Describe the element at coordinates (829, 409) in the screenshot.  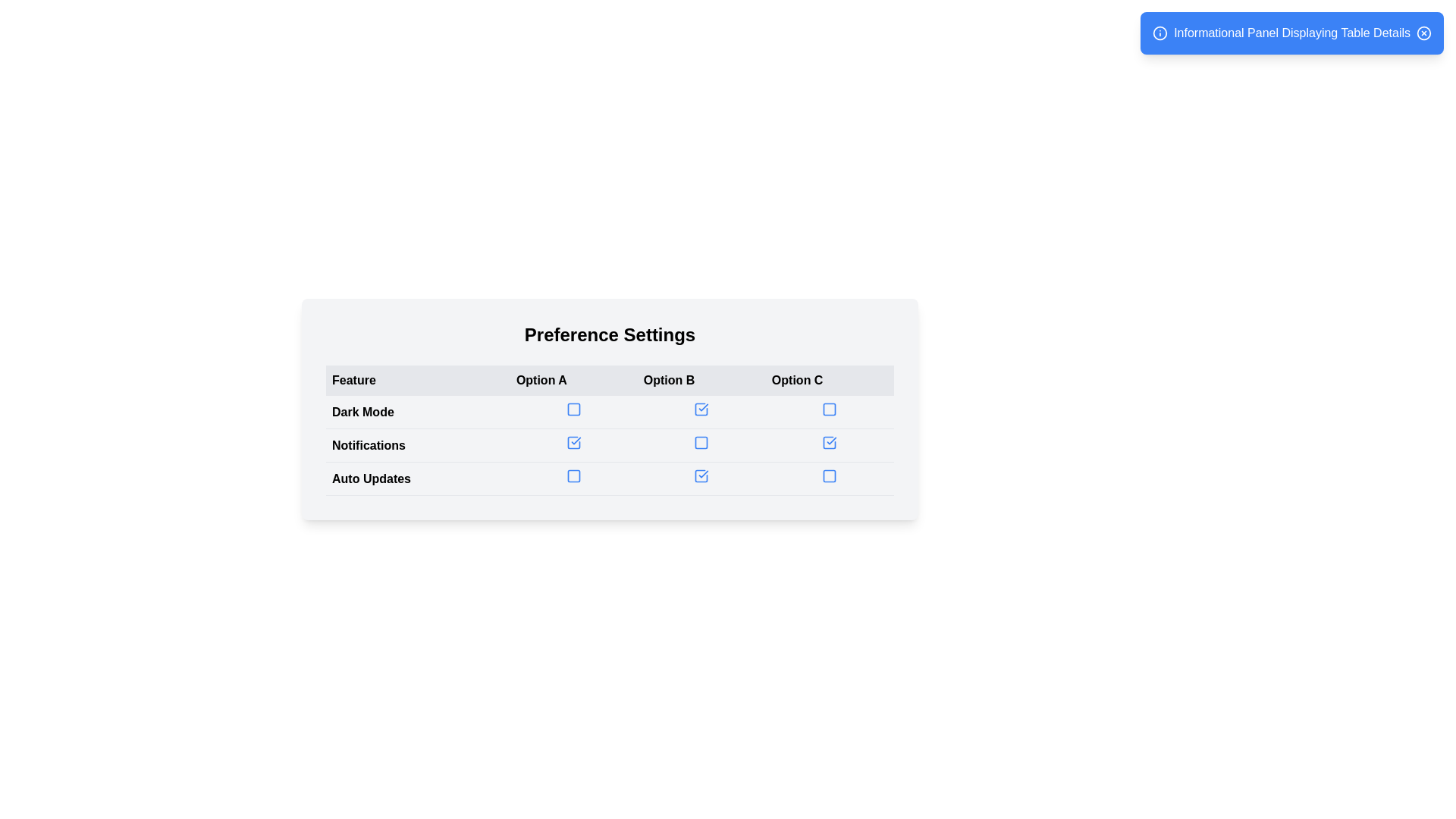
I see `the checkbox in the first row under the 'Dark Mode' feature in the 'Option C' column` at that location.